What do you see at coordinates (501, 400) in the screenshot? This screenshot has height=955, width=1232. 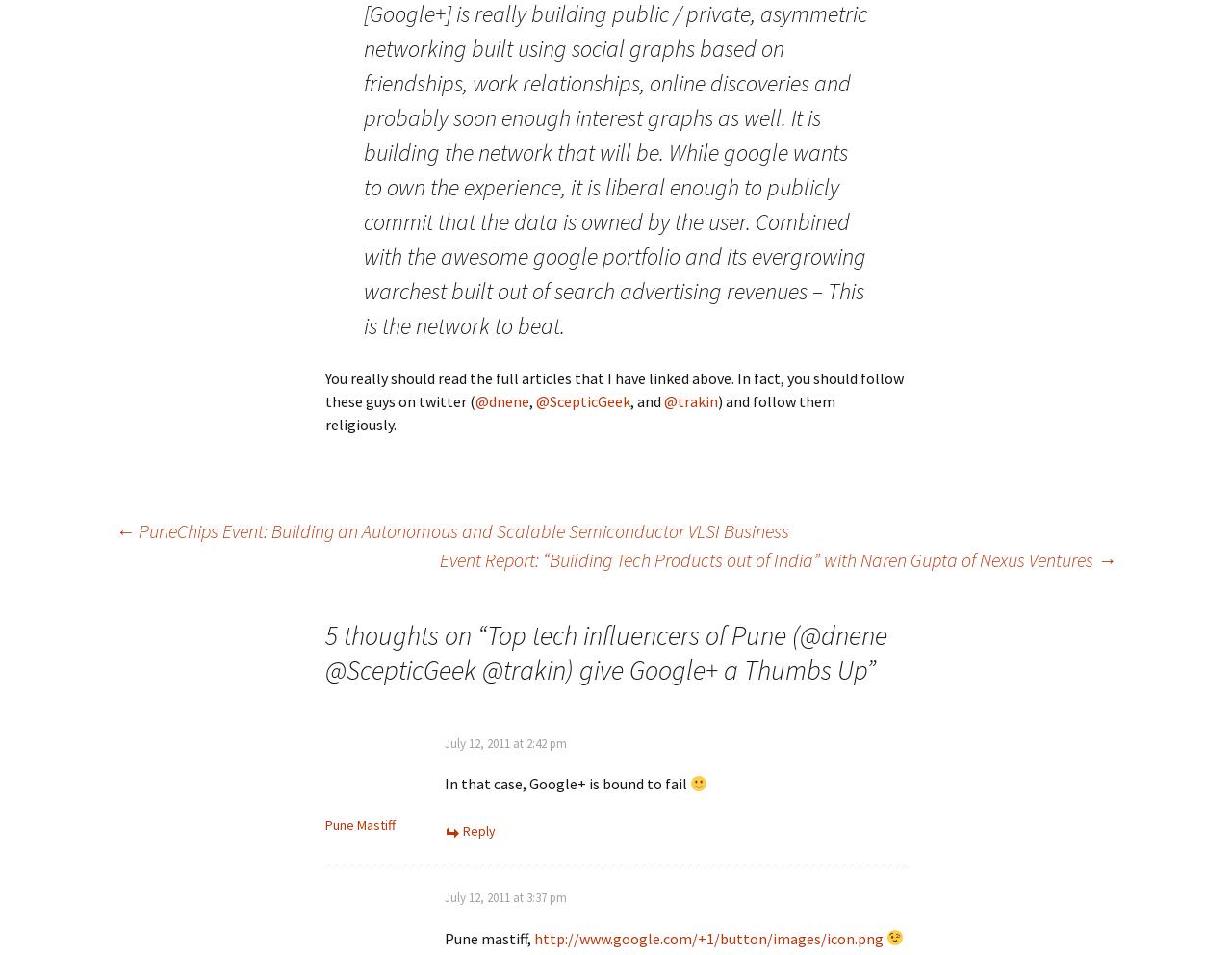 I see `'@dnene'` at bounding box center [501, 400].